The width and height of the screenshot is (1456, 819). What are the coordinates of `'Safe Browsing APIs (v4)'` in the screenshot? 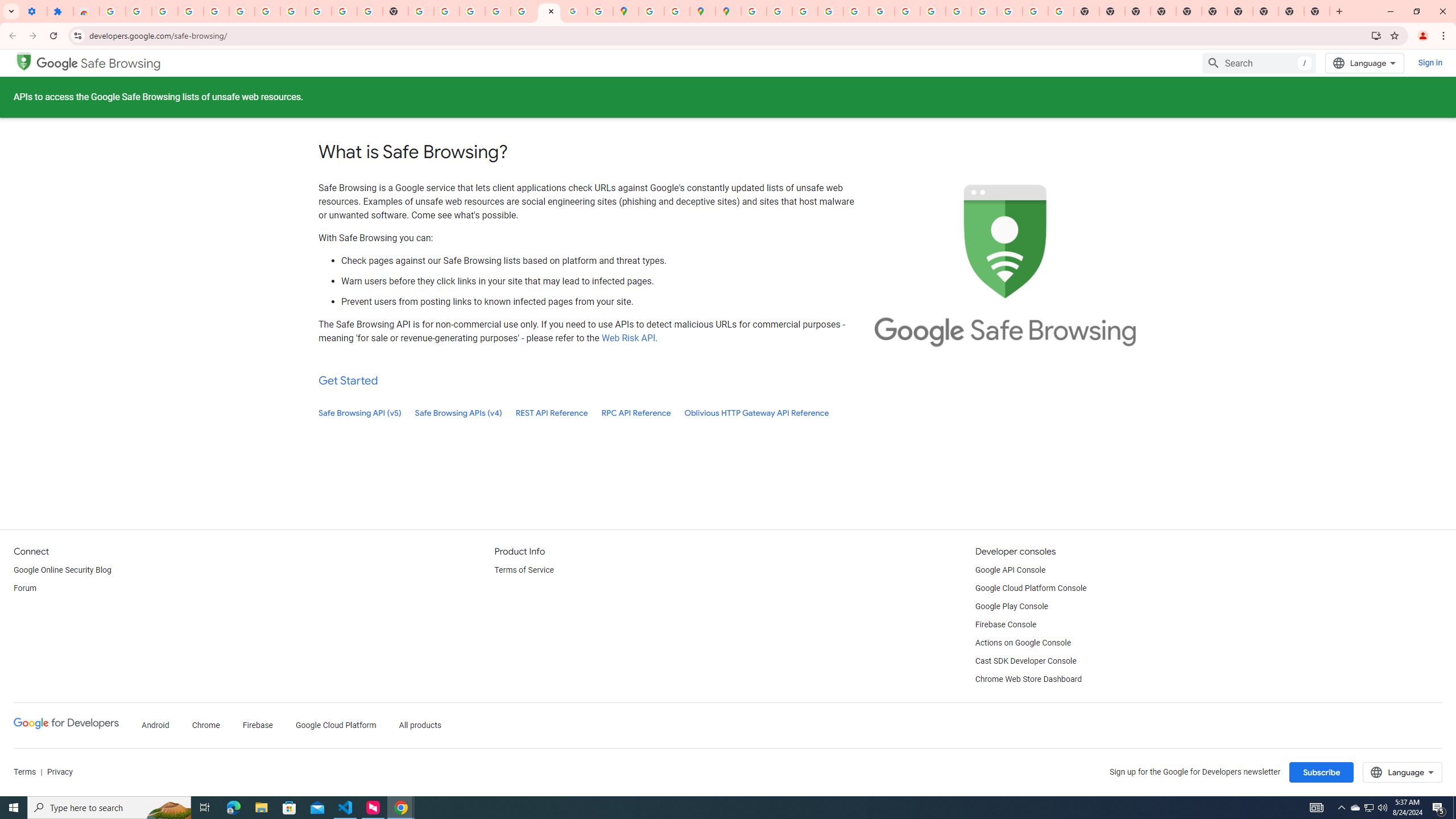 It's located at (458, 412).